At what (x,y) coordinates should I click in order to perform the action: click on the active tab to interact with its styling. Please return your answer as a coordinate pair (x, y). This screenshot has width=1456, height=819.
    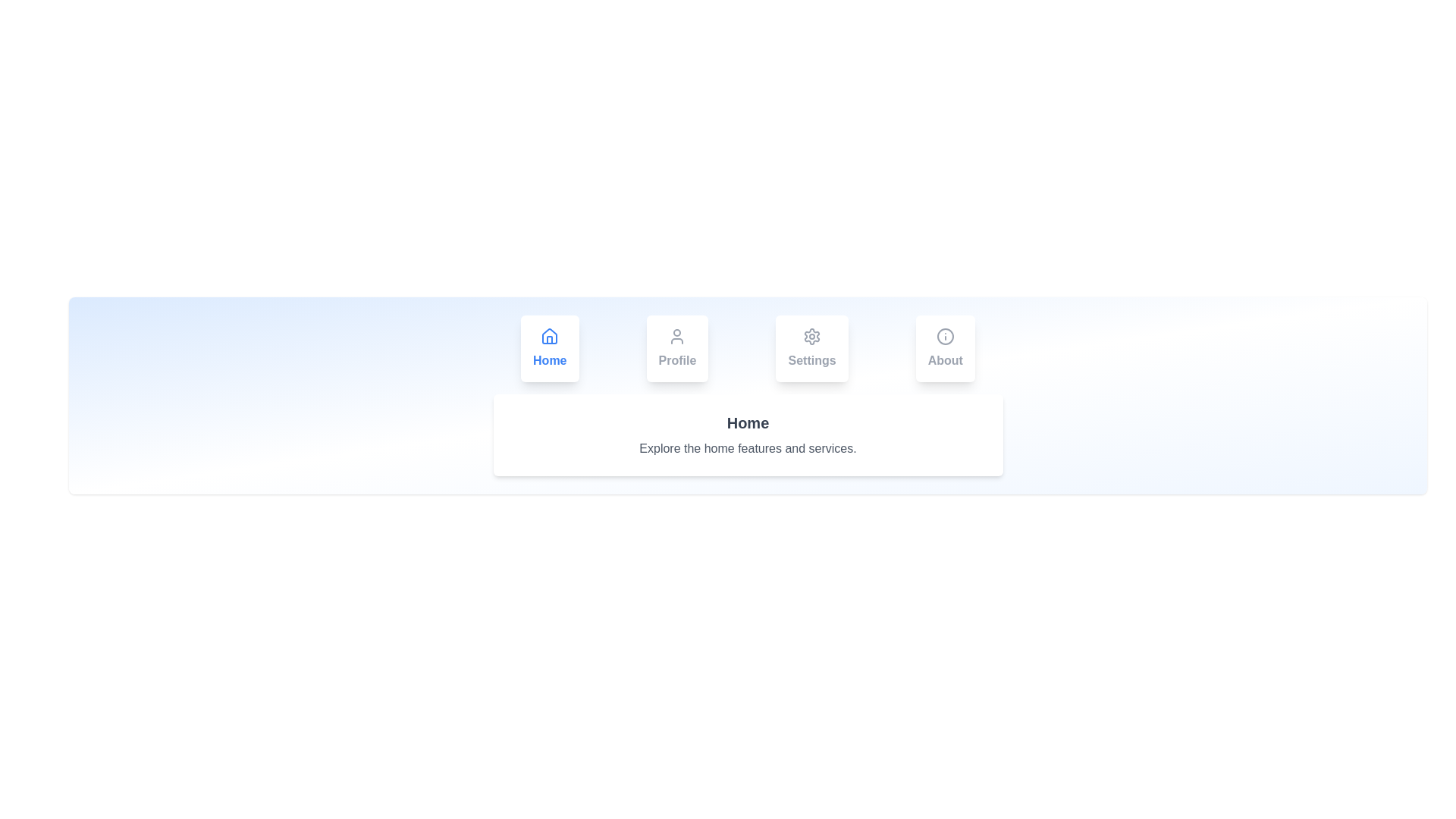
    Looking at the image, I should click on (548, 348).